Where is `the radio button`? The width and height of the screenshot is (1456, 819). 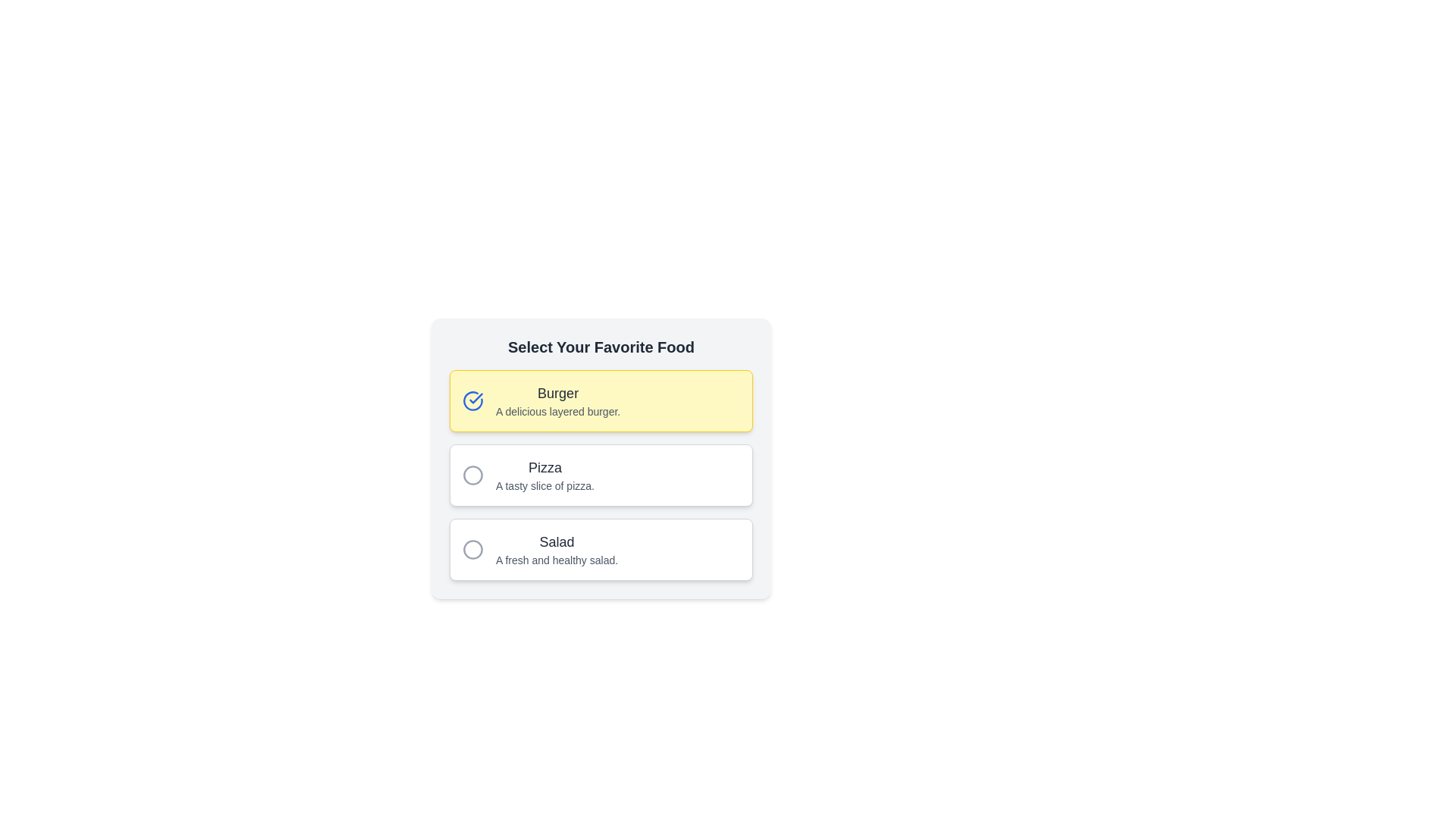
the radio button is located at coordinates (472, 550).